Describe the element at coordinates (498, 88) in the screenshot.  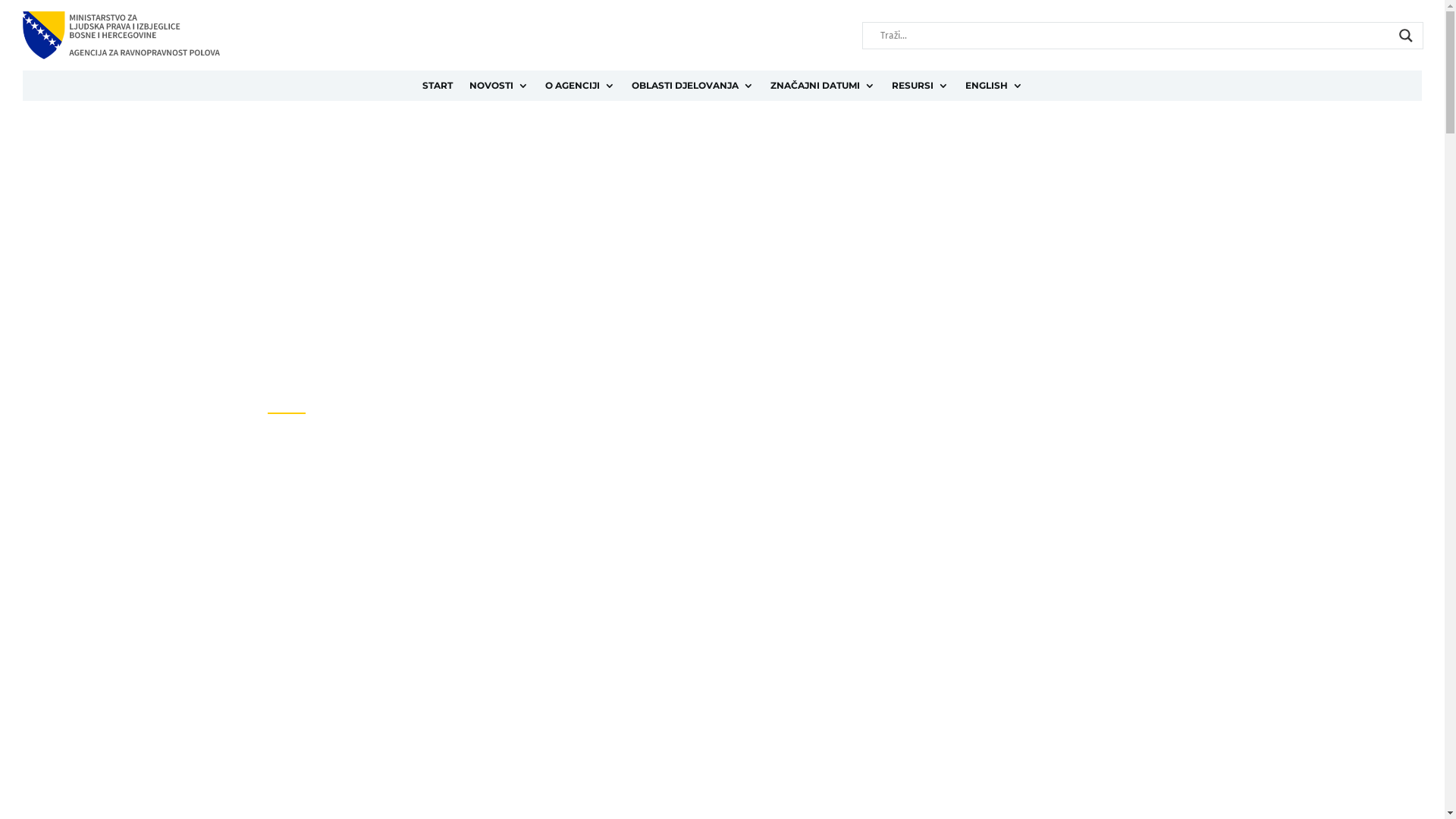
I see `'NOVOSTI'` at that location.